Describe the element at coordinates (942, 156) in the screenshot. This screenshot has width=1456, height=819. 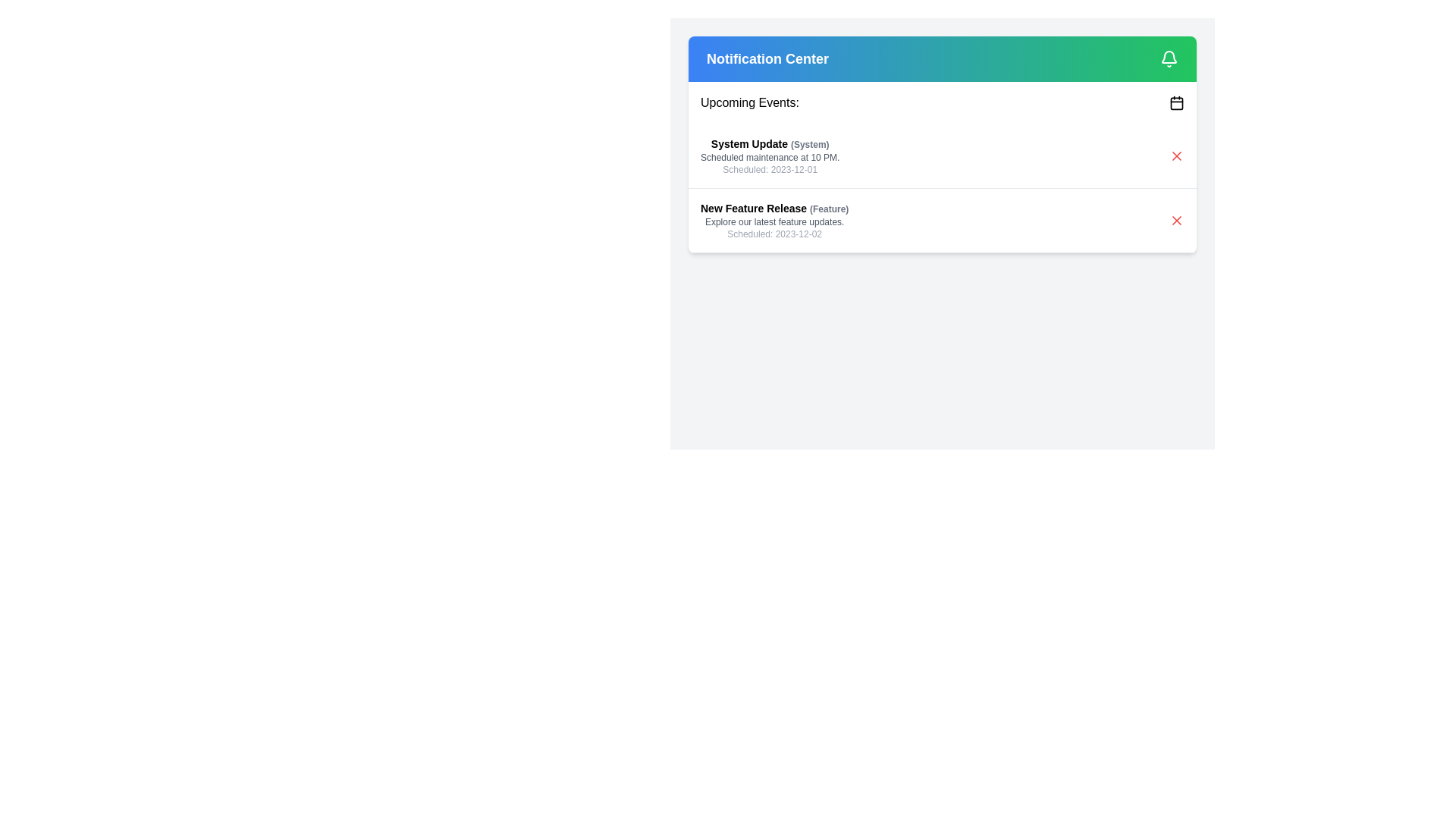
I see `notification details for the event titled 'System Update (System)' in the 'Upcoming Events' section of the 'Notification Center' panel` at that location.